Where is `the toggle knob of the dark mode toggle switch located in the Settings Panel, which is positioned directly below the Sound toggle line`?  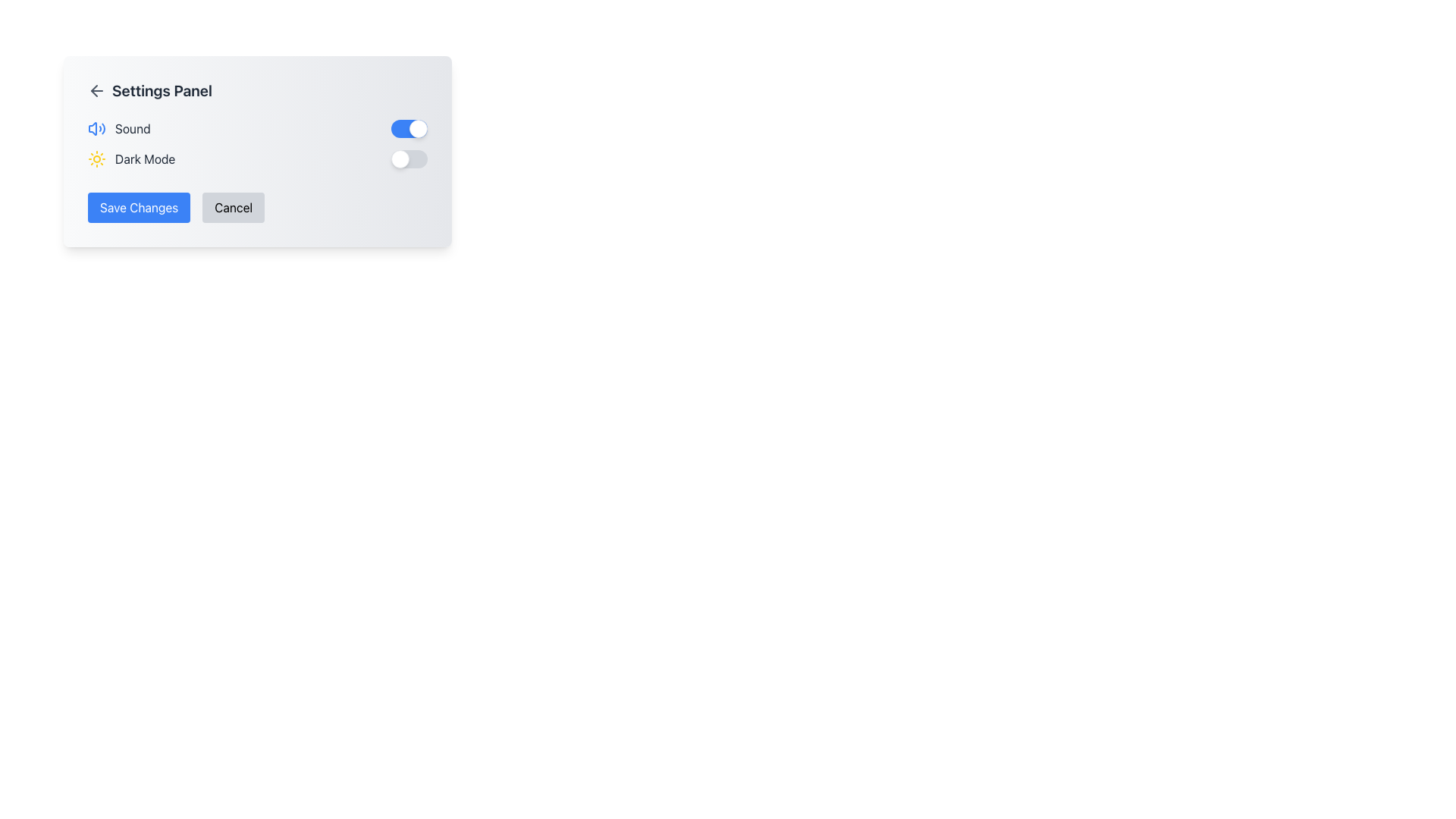
the toggle knob of the dark mode toggle switch located in the Settings Panel, which is positioned directly below the Sound toggle line is located at coordinates (258, 158).